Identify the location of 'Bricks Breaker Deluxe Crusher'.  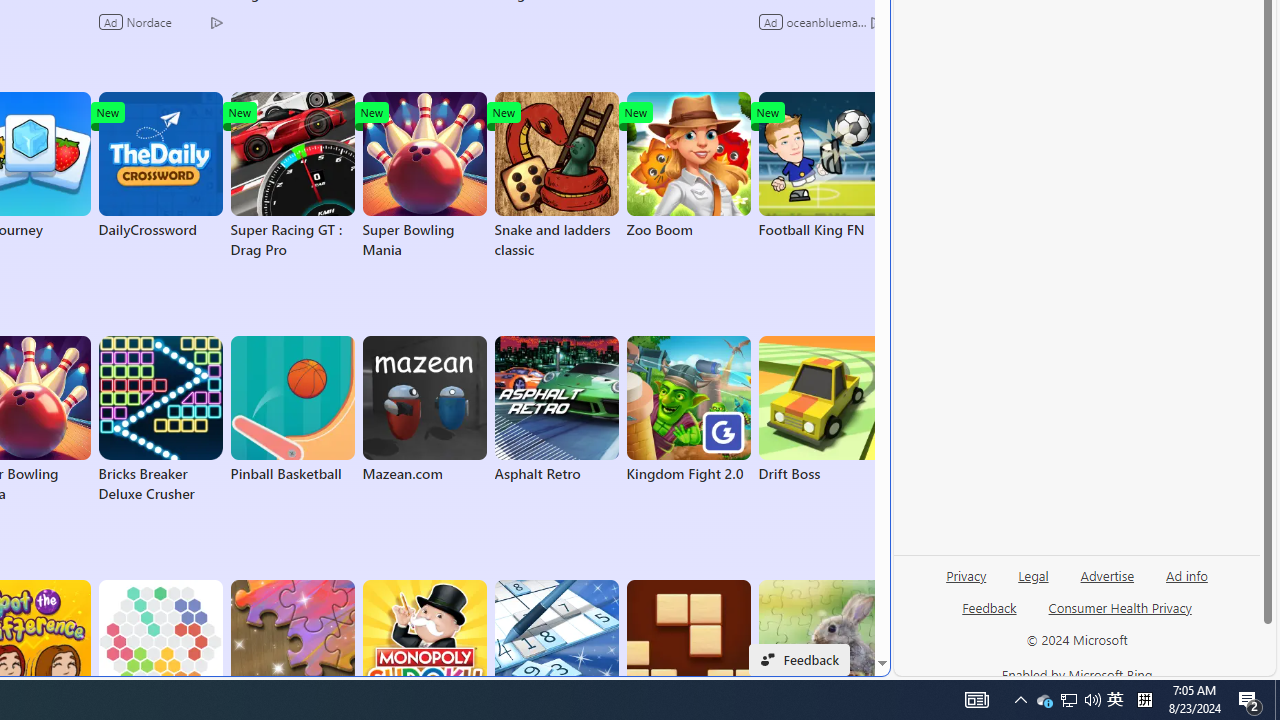
(160, 419).